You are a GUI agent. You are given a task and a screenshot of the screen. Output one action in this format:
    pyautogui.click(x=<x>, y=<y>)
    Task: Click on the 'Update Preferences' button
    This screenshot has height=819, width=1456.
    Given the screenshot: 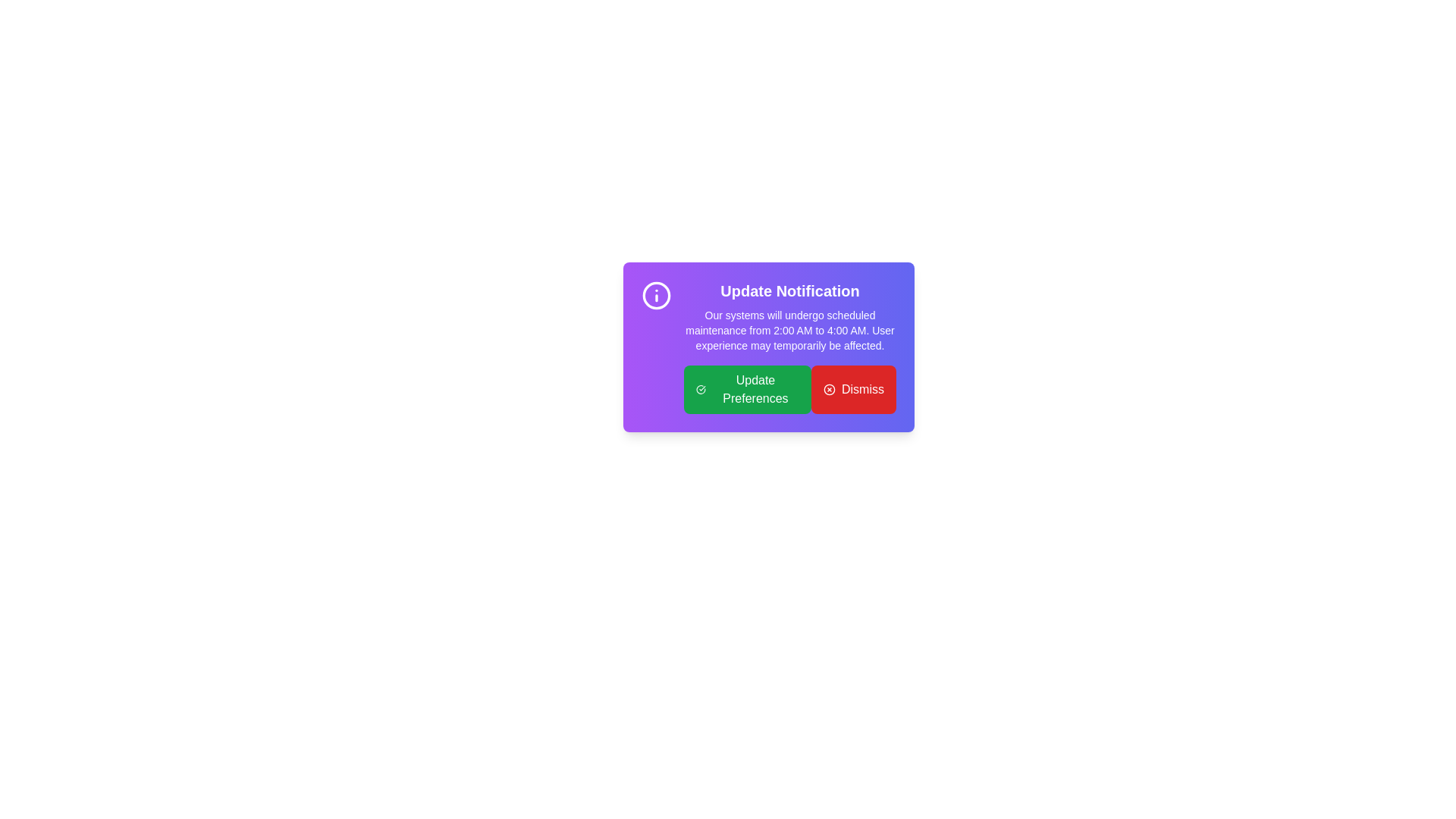 What is the action you would take?
    pyautogui.click(x=747, y=388)
    